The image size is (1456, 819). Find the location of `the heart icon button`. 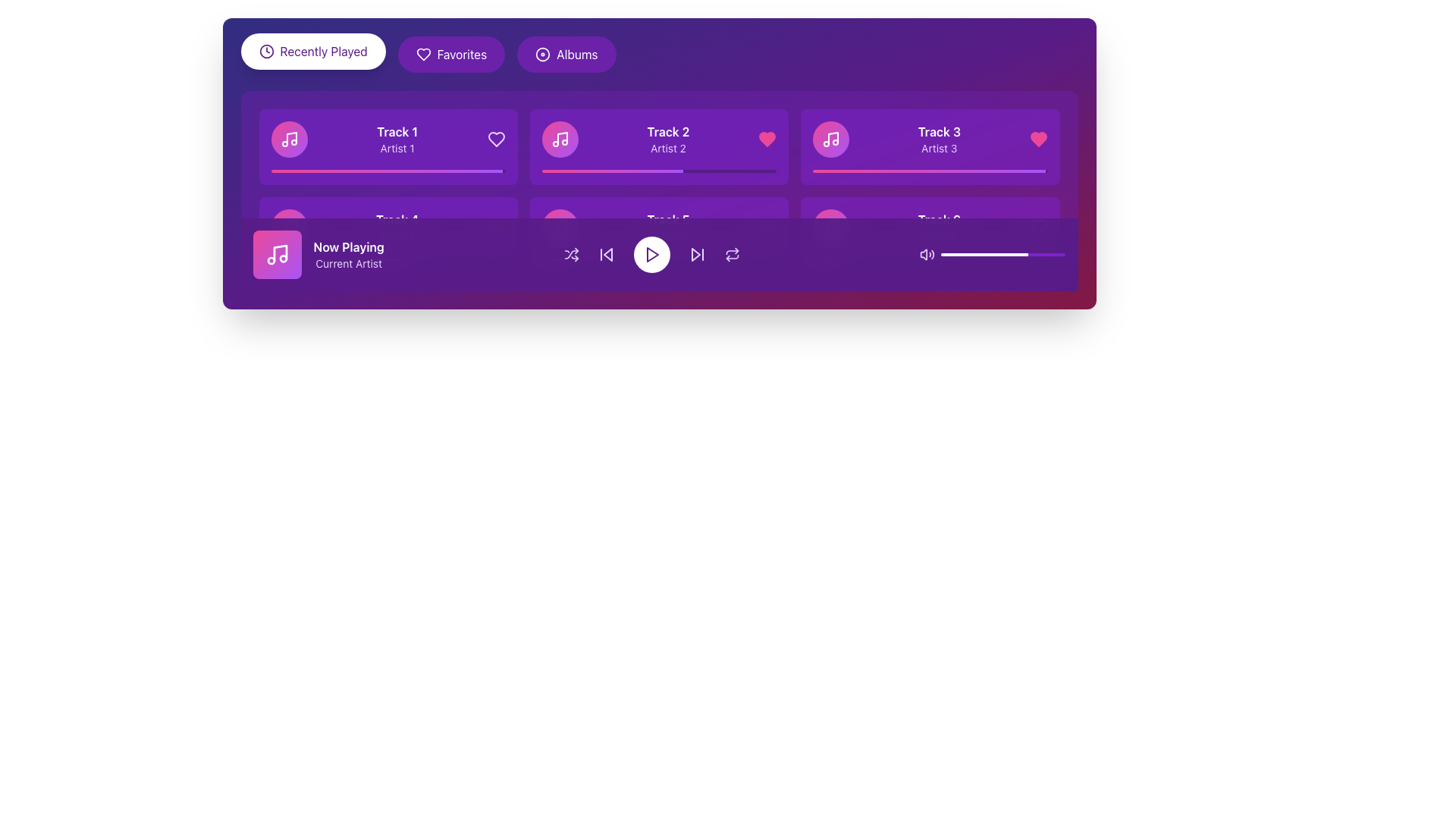

the heart icon button is located at coordinates (1037, 140).